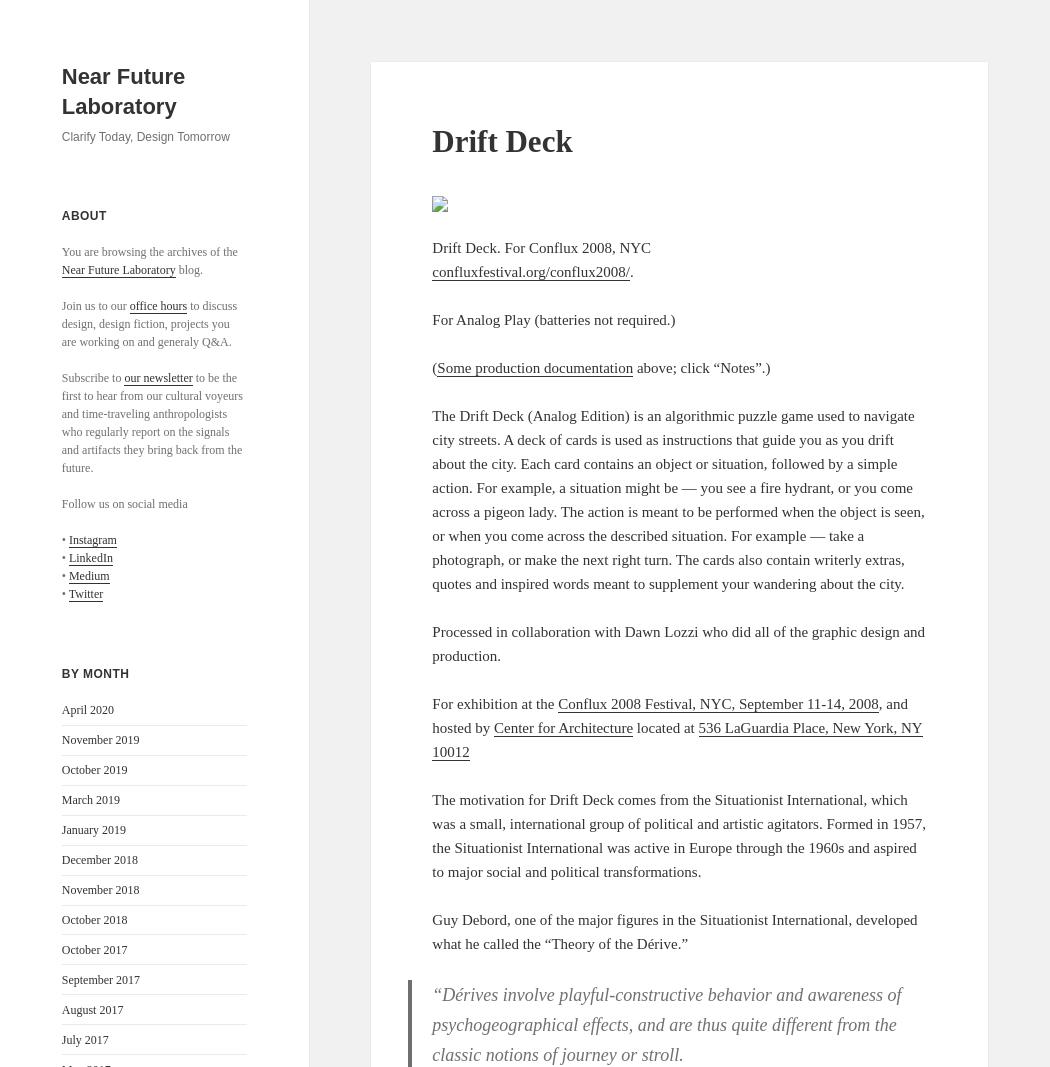  Describe the element at coordinates (100, 978) in the screenshot. I see `'September 2017'` at that location.